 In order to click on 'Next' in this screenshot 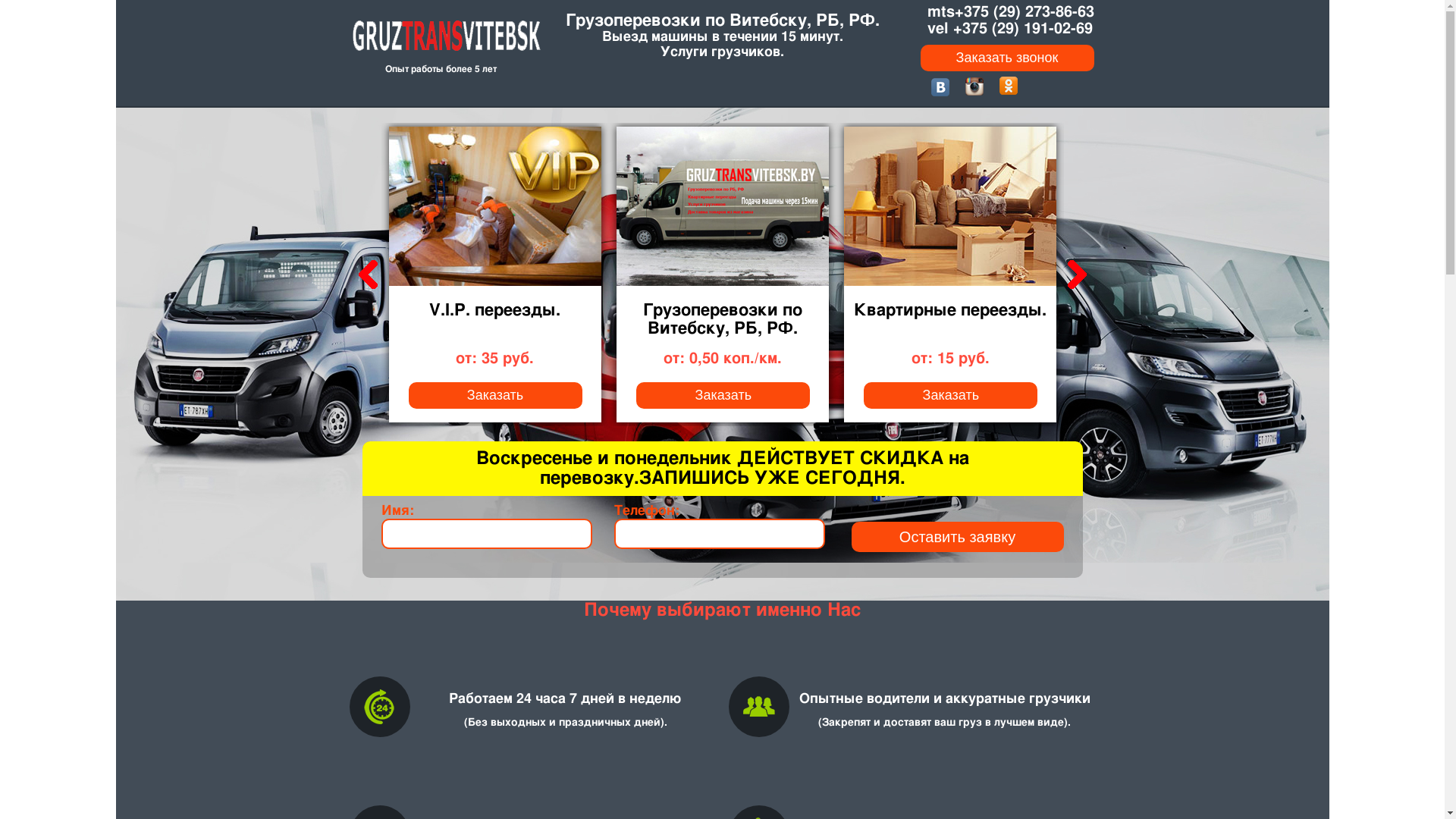, I will do `click(1073, 275)`.